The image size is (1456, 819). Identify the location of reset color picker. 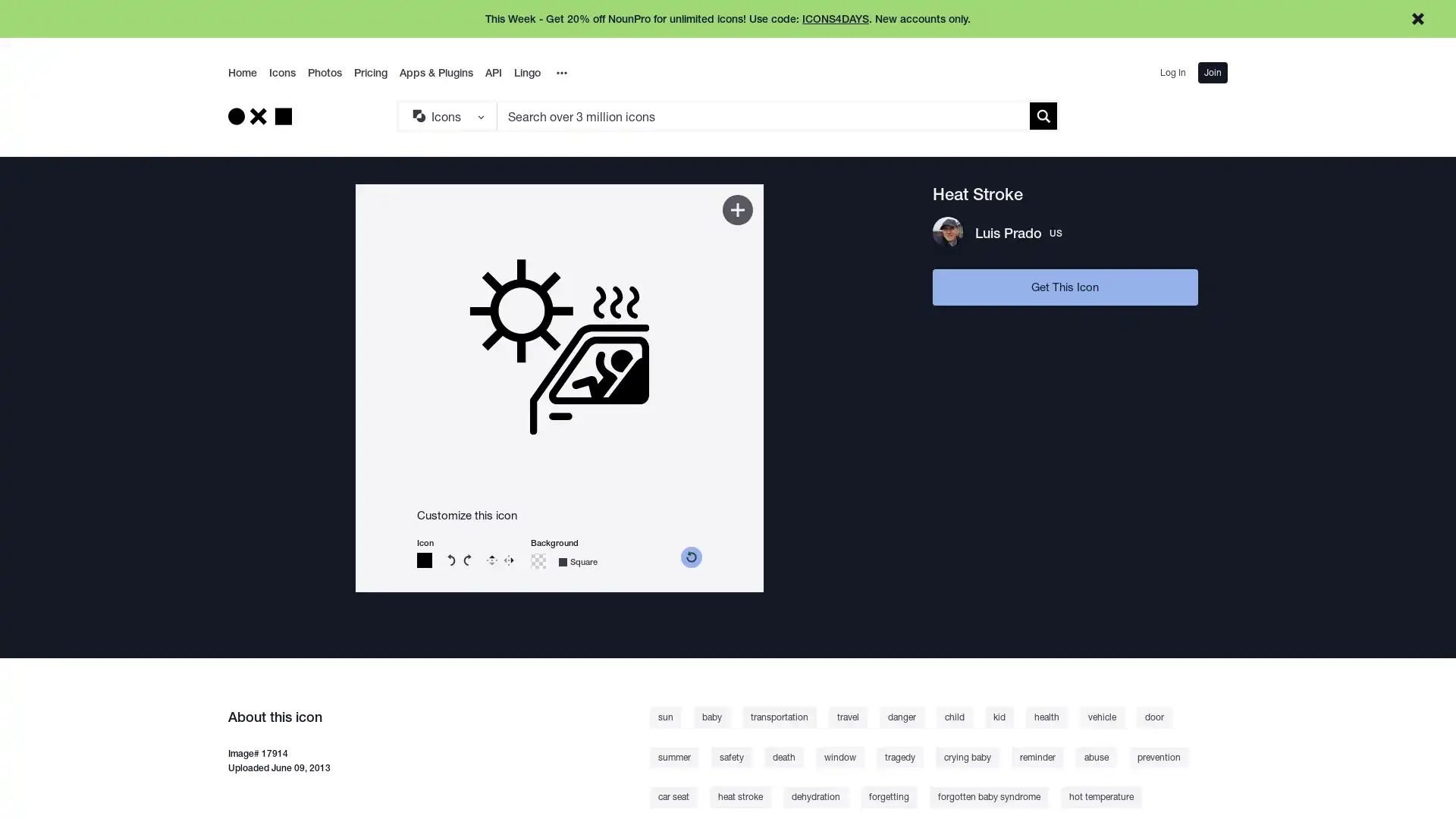
(690, 557).